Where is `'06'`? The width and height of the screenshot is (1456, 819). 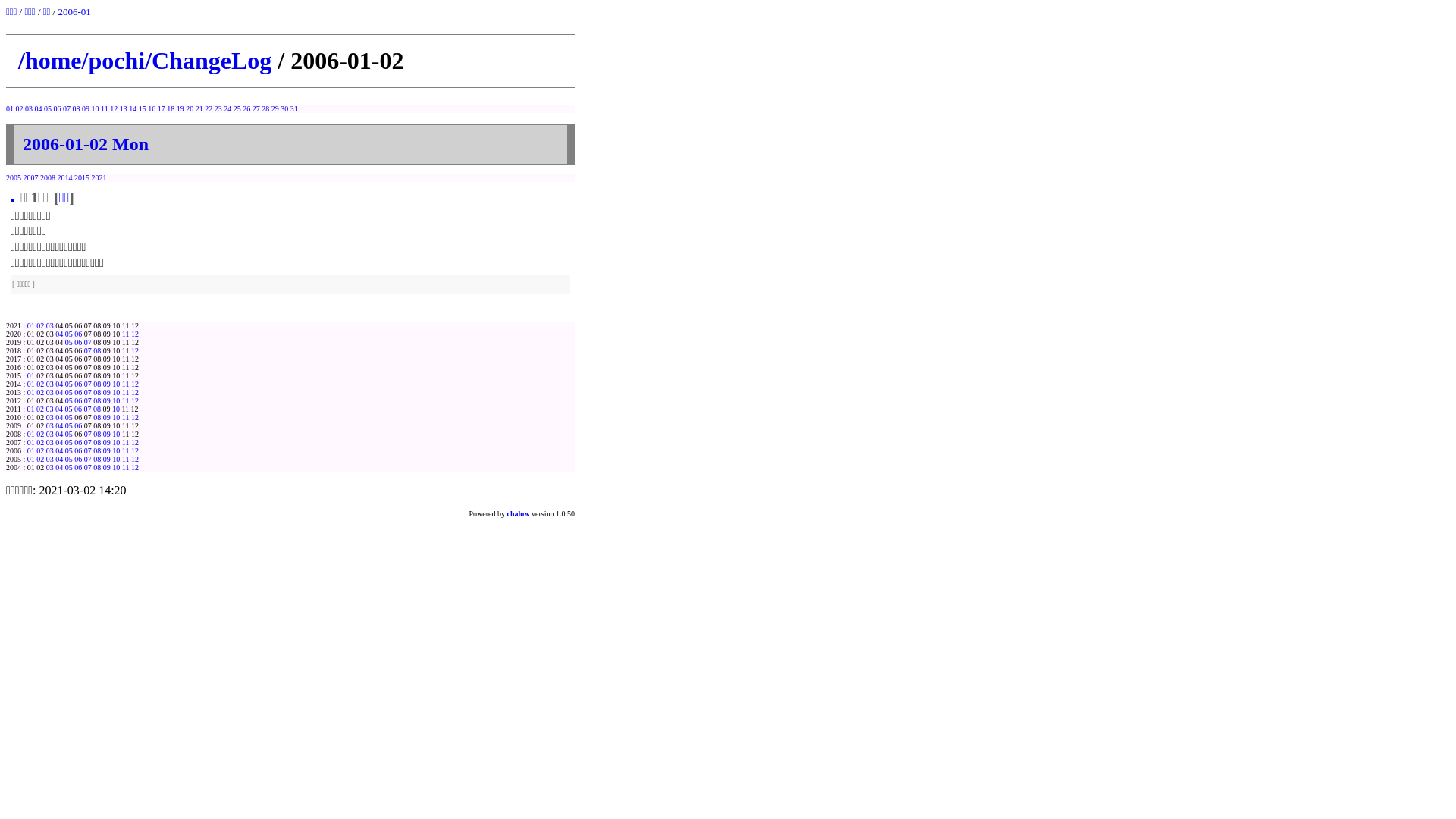
'06' is located at coordinates (77, 458).